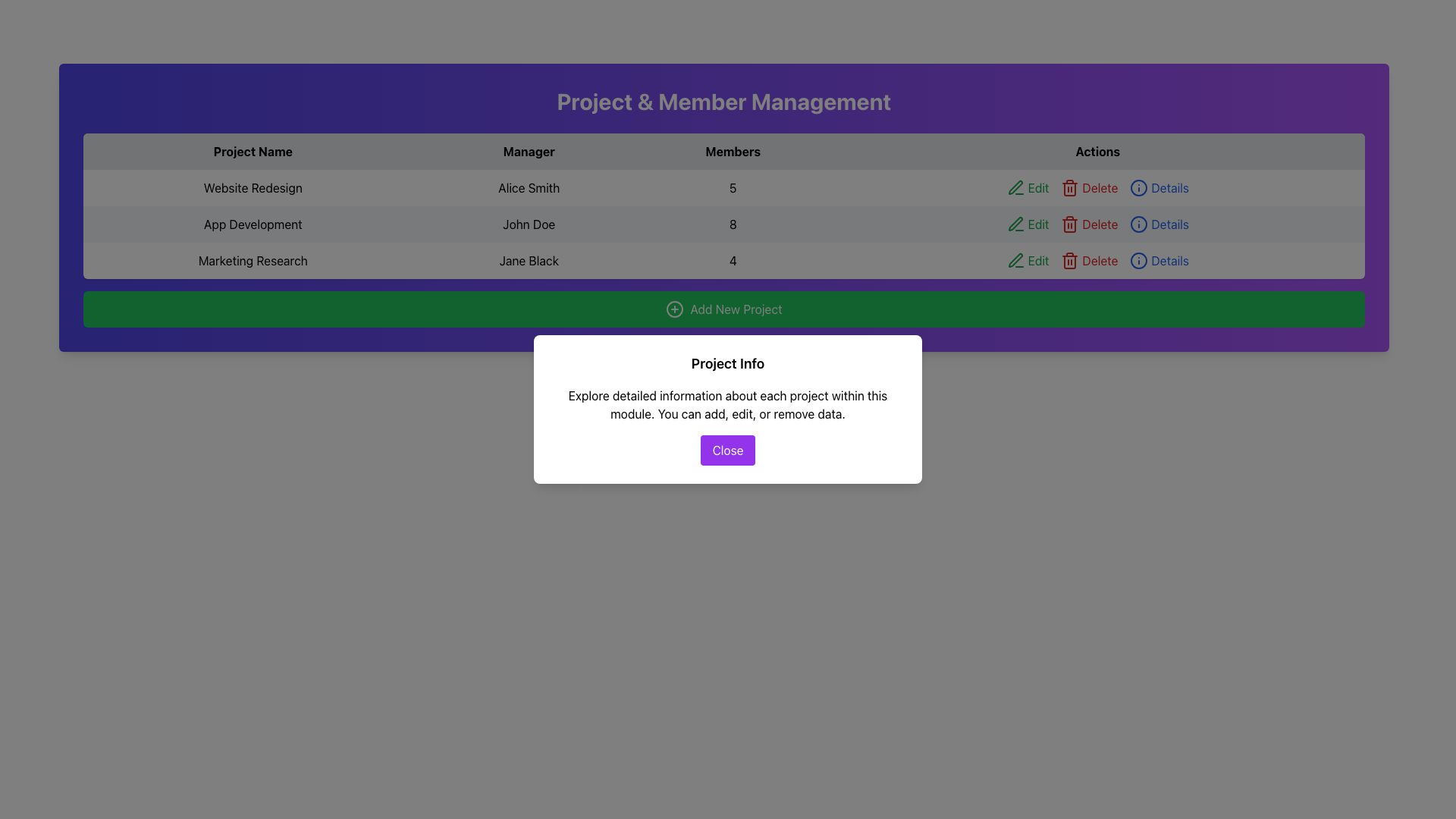  Describe the element at coordinates (1015, 224) in the screenshot. I see `the green pen icon labeled 'Edit' in the second row of the table under the 'Actions' column to invoke the edit action` at that location.